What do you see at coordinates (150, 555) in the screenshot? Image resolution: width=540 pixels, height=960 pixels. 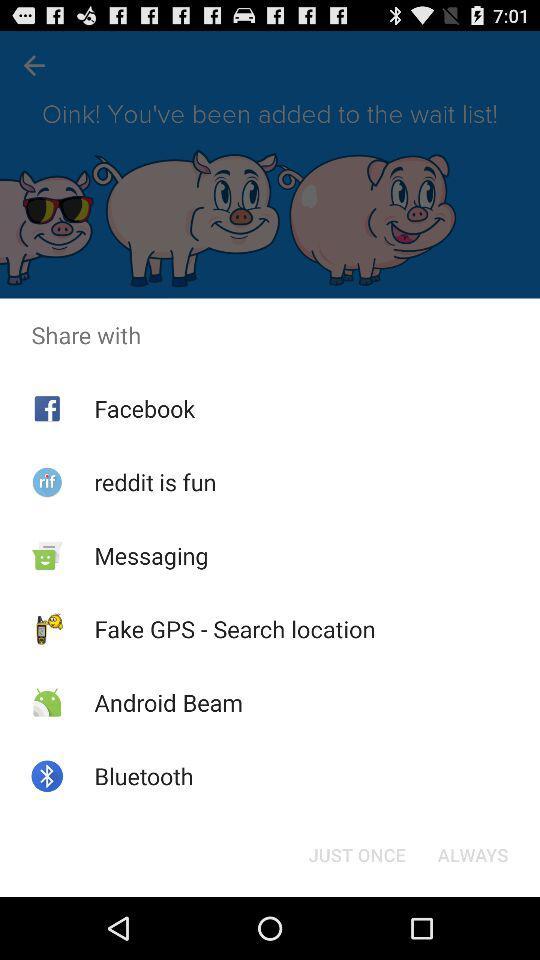 I see `app above fake gps search item` at bounding box center [150, 555].